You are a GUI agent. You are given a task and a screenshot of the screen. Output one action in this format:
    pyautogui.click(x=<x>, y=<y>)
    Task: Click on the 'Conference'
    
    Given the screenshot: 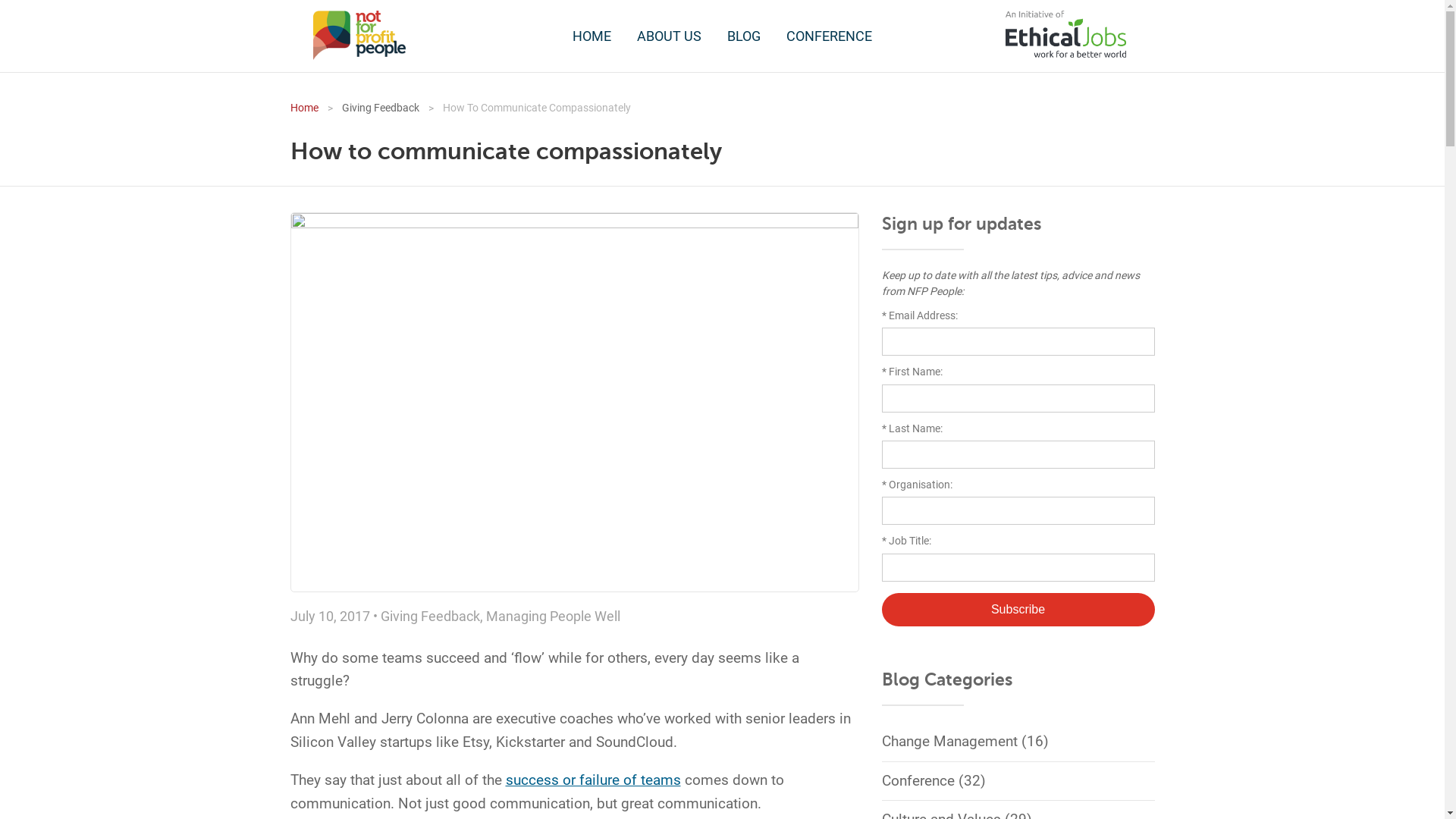 What is the action you would take?
    pyautogui.click(x=880, y=780)
    